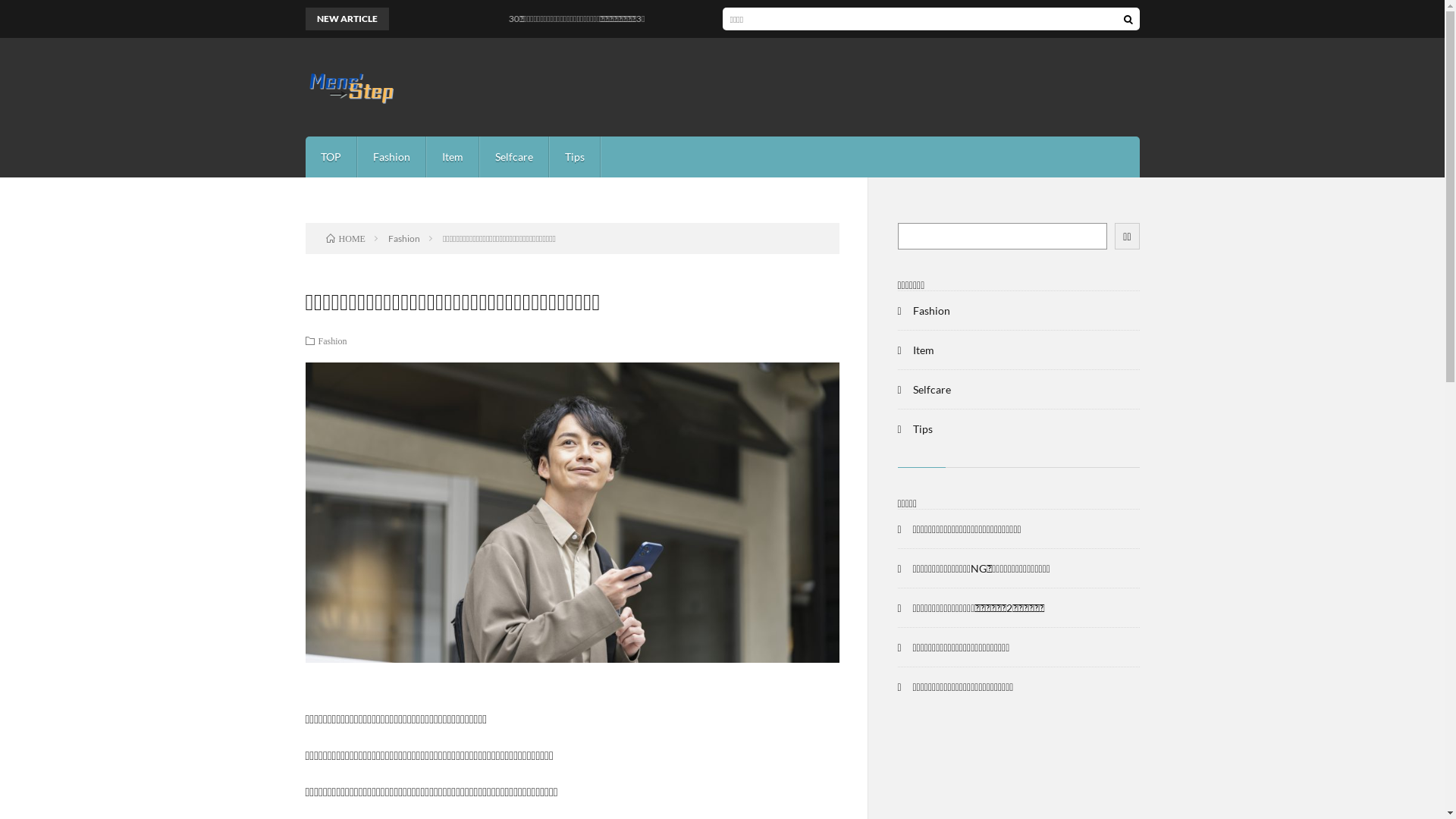  Describe the element at coordinates (513, 157) in the screenshot. I see `'Selfcare'` at that location.